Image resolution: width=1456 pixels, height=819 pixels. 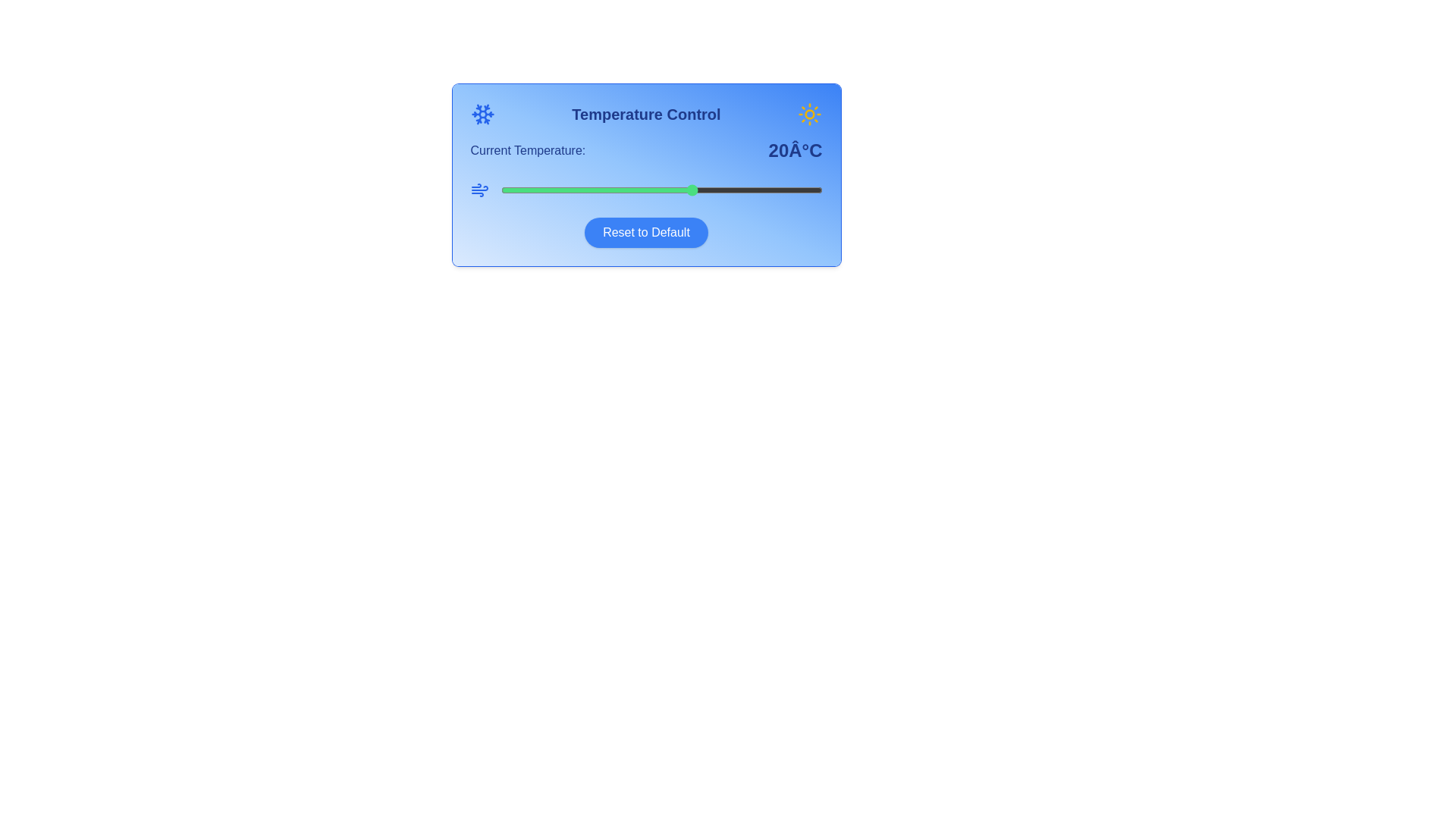 What do you see at coordinates (646, 189) in the screenshot?
I see `the range slider located in the 'Current Temperature' section, which is positioned below the label 'Current Temperature:' and to the left of the temperature reading '20°C', to provide visual feedback` at bounding box center [646, 189].